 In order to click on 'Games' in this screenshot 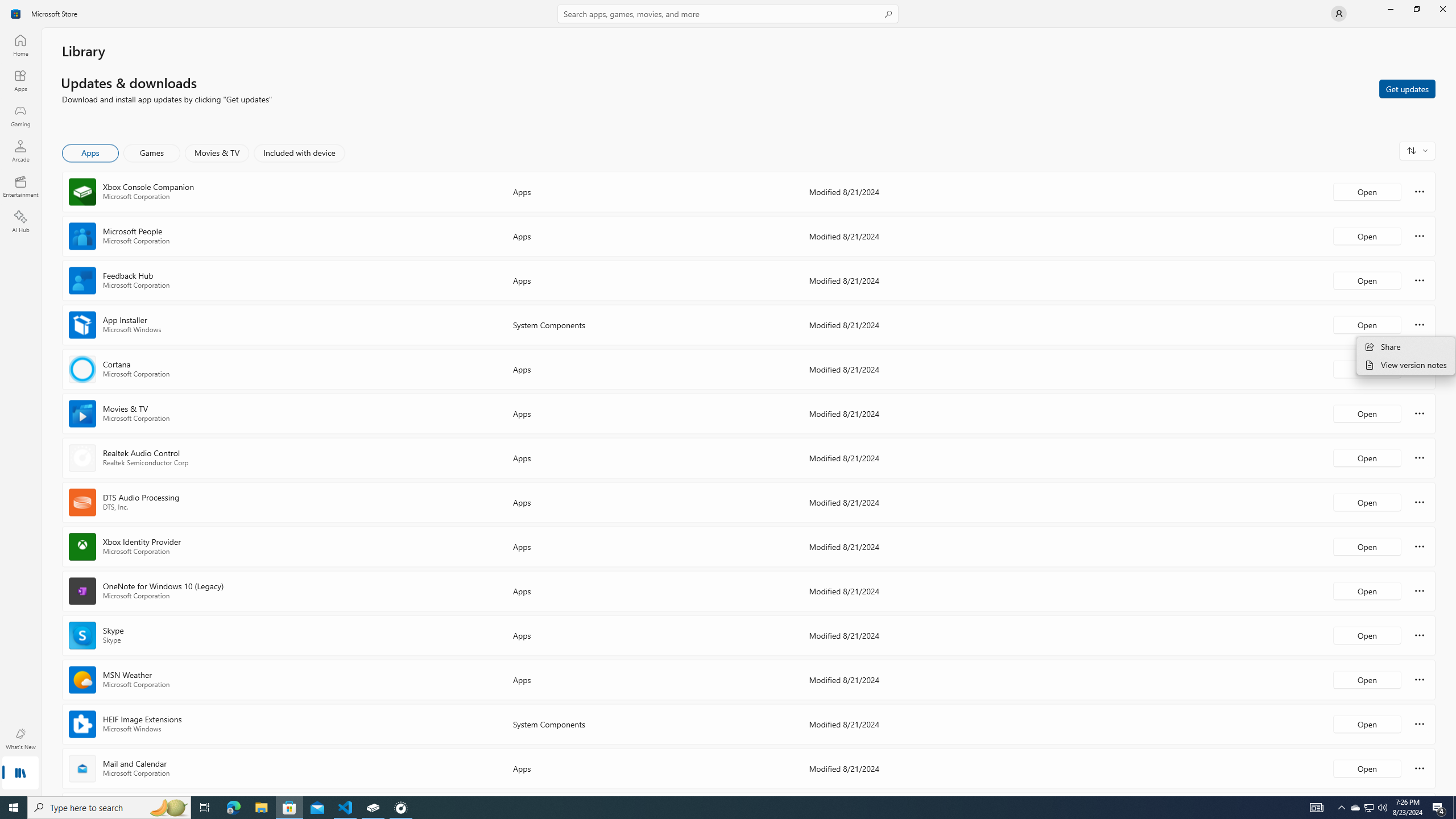, I will do `click(151, 152)`.